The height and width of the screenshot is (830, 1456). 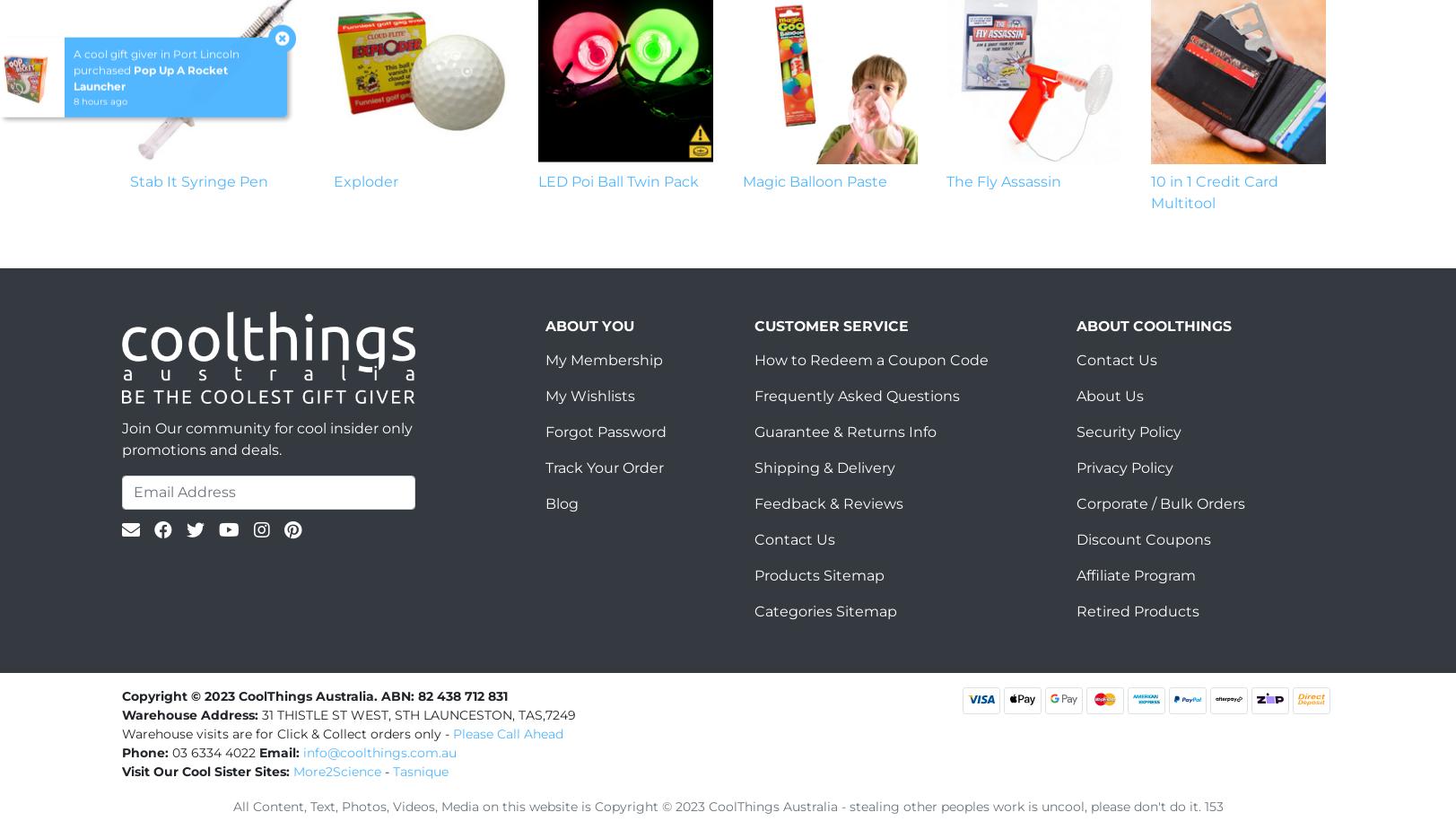 I want to click on 'All Content, Text, Photos, Videos, Media on this website is Copyright © 2023 CoolThings Australia - stealing other peoples work is uncool, please don't do it. 153', so click(x=728, y=807).